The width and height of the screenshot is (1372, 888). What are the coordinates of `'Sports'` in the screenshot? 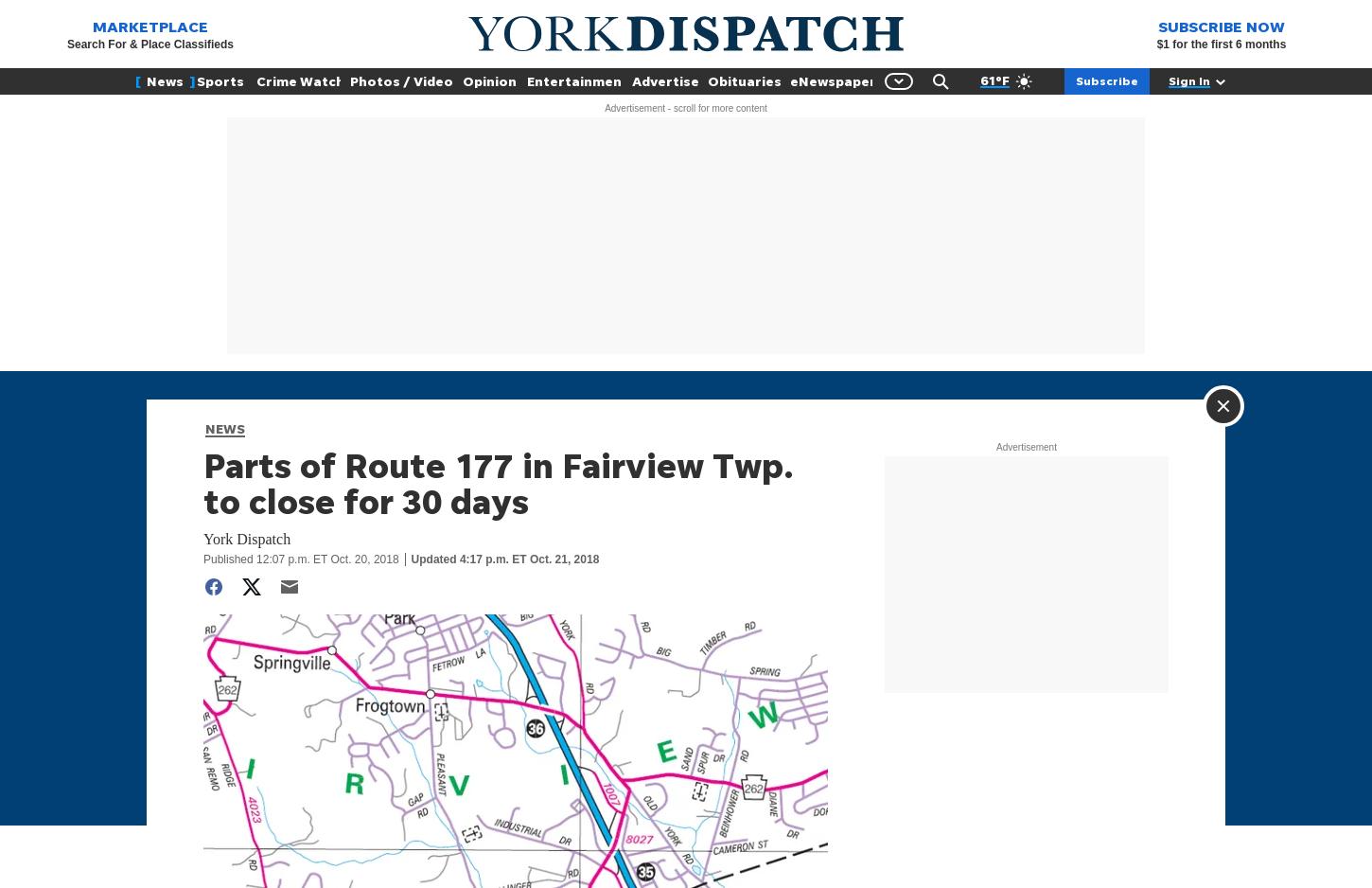 It's located at (220, 80).